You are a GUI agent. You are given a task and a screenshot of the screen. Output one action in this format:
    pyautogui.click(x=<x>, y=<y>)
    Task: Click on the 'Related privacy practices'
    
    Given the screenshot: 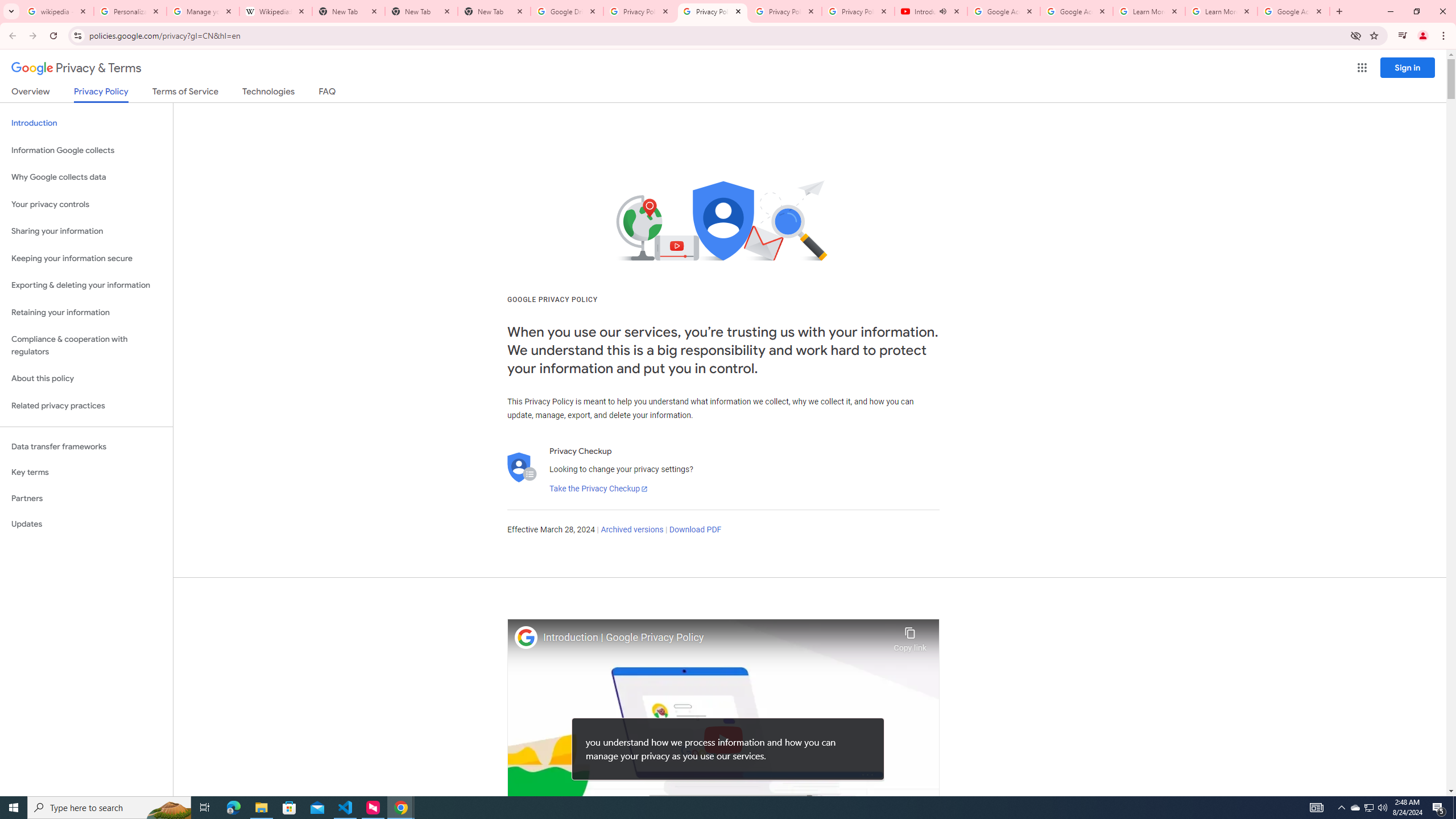 What is the action you would take?
    pyautogui.click(x=86, y=405)
    